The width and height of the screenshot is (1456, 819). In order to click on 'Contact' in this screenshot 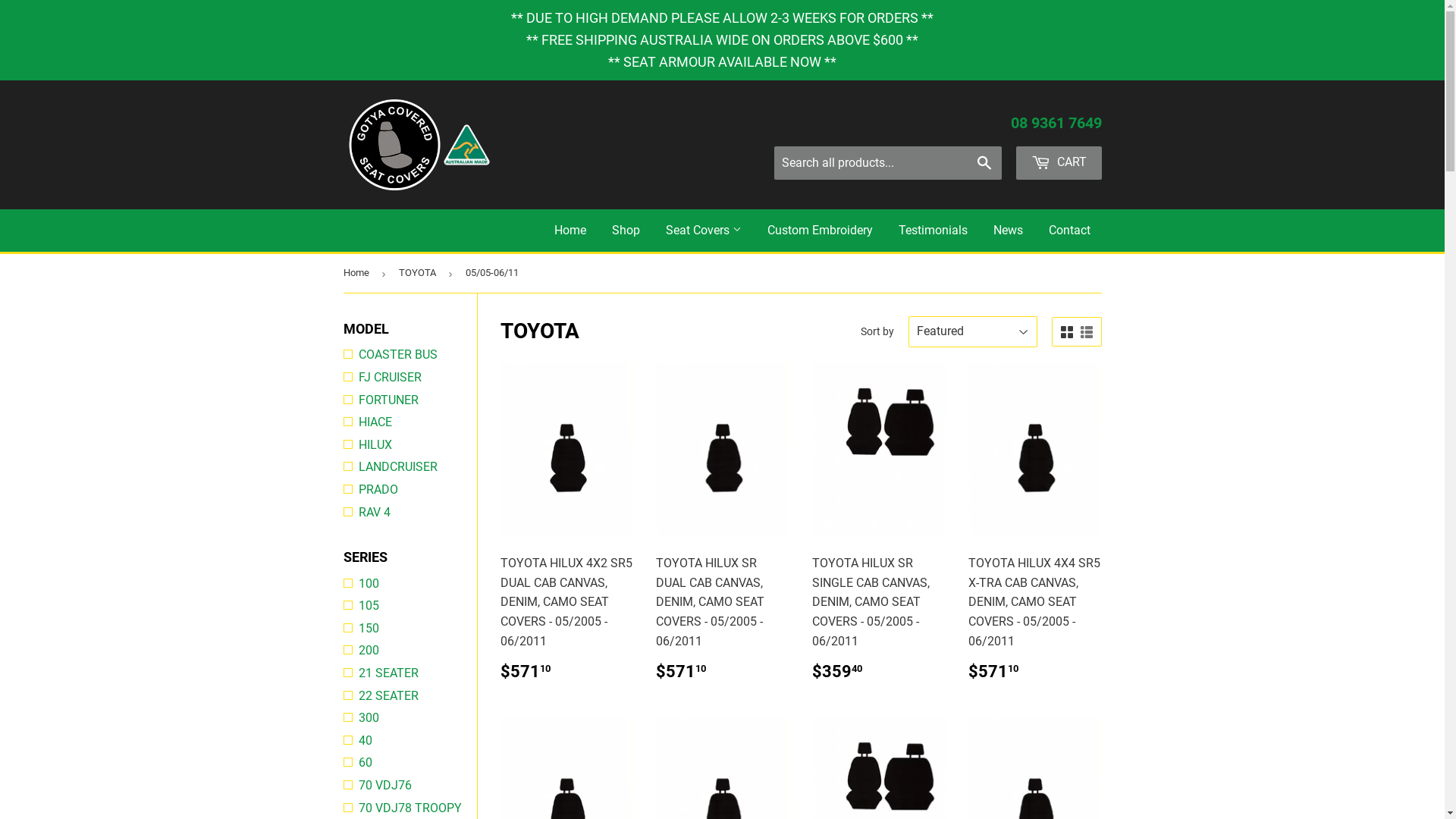, I will do `click(1068, 231)`.